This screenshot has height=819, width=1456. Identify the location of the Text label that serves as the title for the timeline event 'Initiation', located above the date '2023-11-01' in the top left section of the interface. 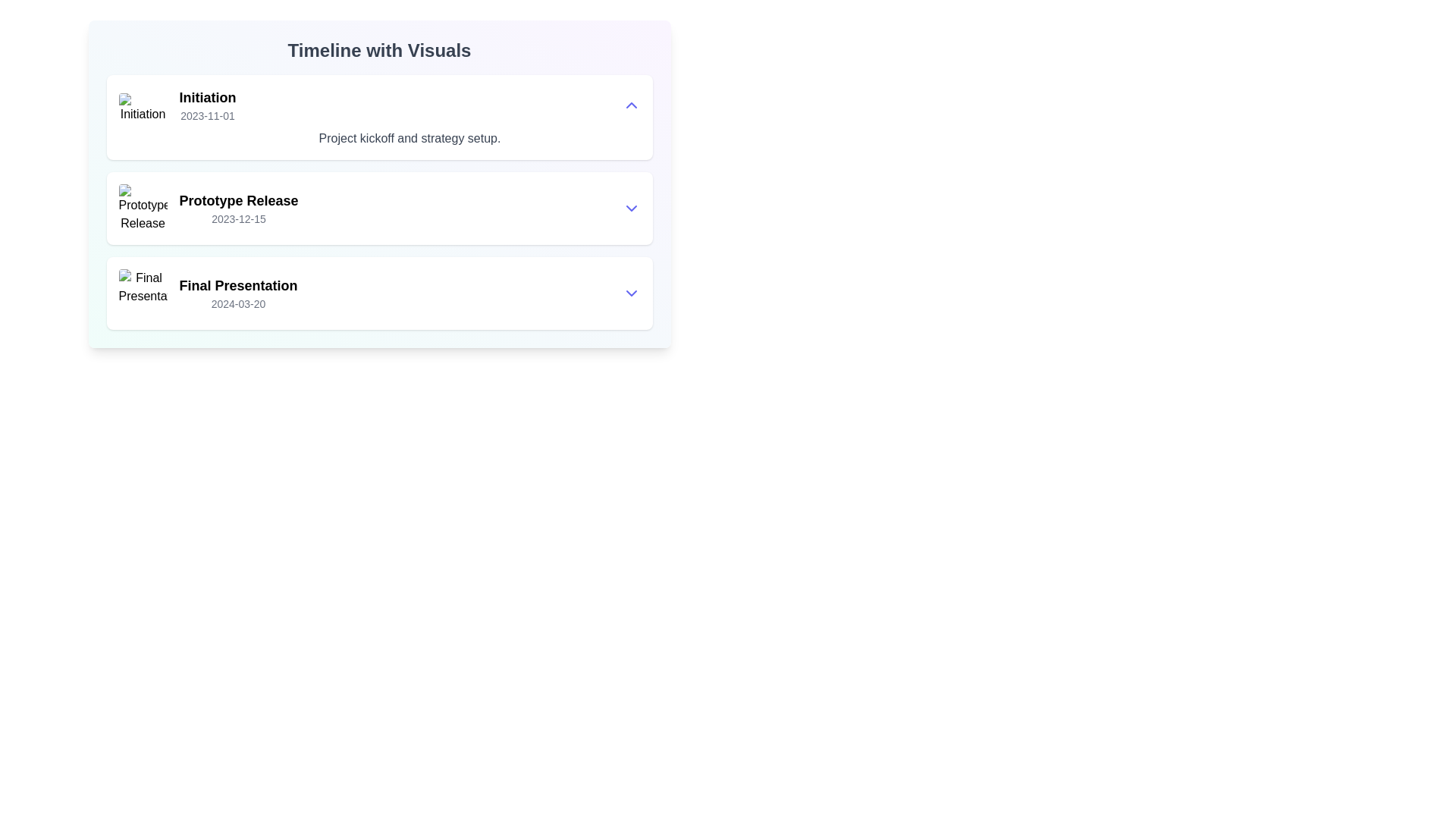
(206, 97).